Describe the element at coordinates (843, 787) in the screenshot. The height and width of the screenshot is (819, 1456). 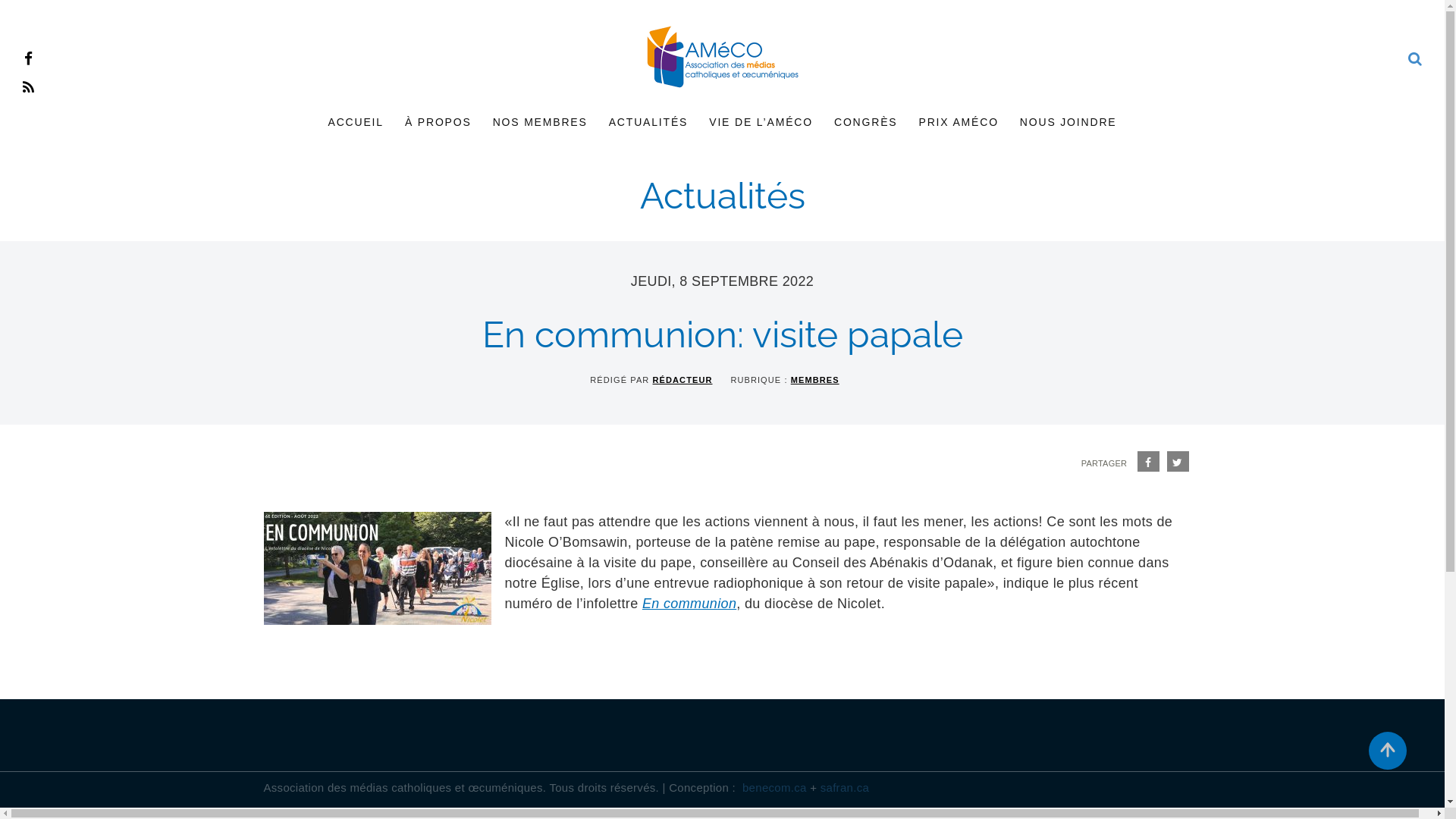
I see `'safran.ca'` at that location.